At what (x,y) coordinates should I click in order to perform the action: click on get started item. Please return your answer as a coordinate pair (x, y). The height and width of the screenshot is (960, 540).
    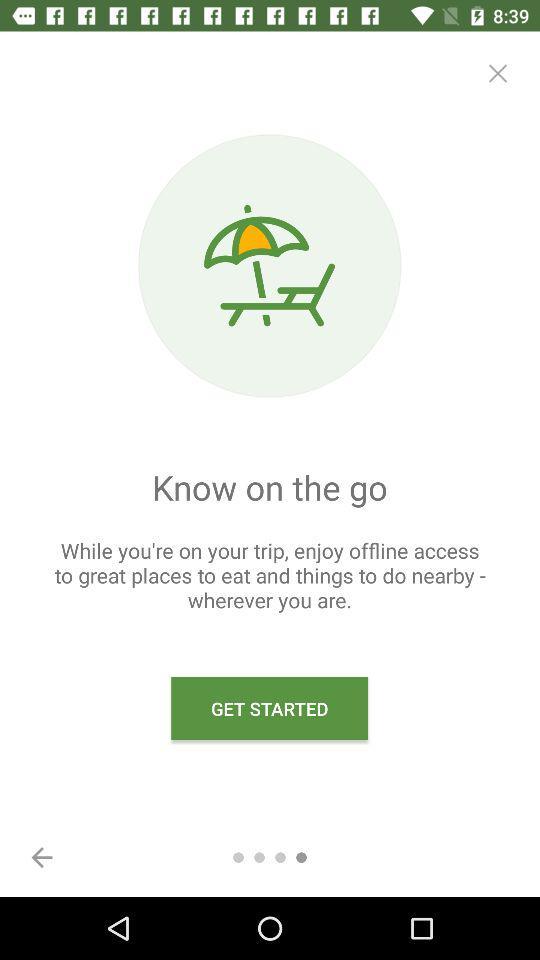
    Looking at the image, I should click on (269, 708).